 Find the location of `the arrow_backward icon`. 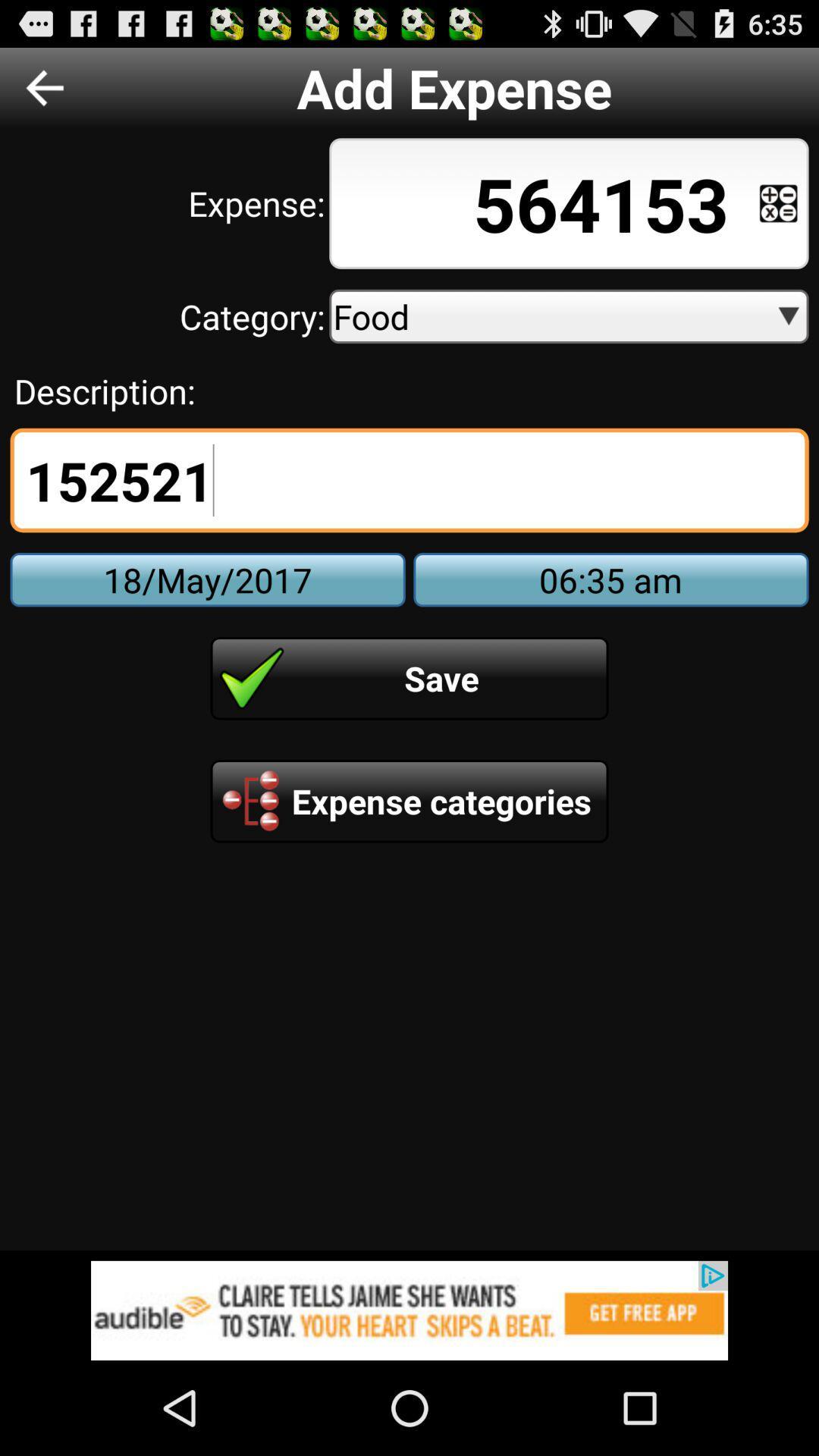

the arrow_backward icon is located at coordinates (44, 93).